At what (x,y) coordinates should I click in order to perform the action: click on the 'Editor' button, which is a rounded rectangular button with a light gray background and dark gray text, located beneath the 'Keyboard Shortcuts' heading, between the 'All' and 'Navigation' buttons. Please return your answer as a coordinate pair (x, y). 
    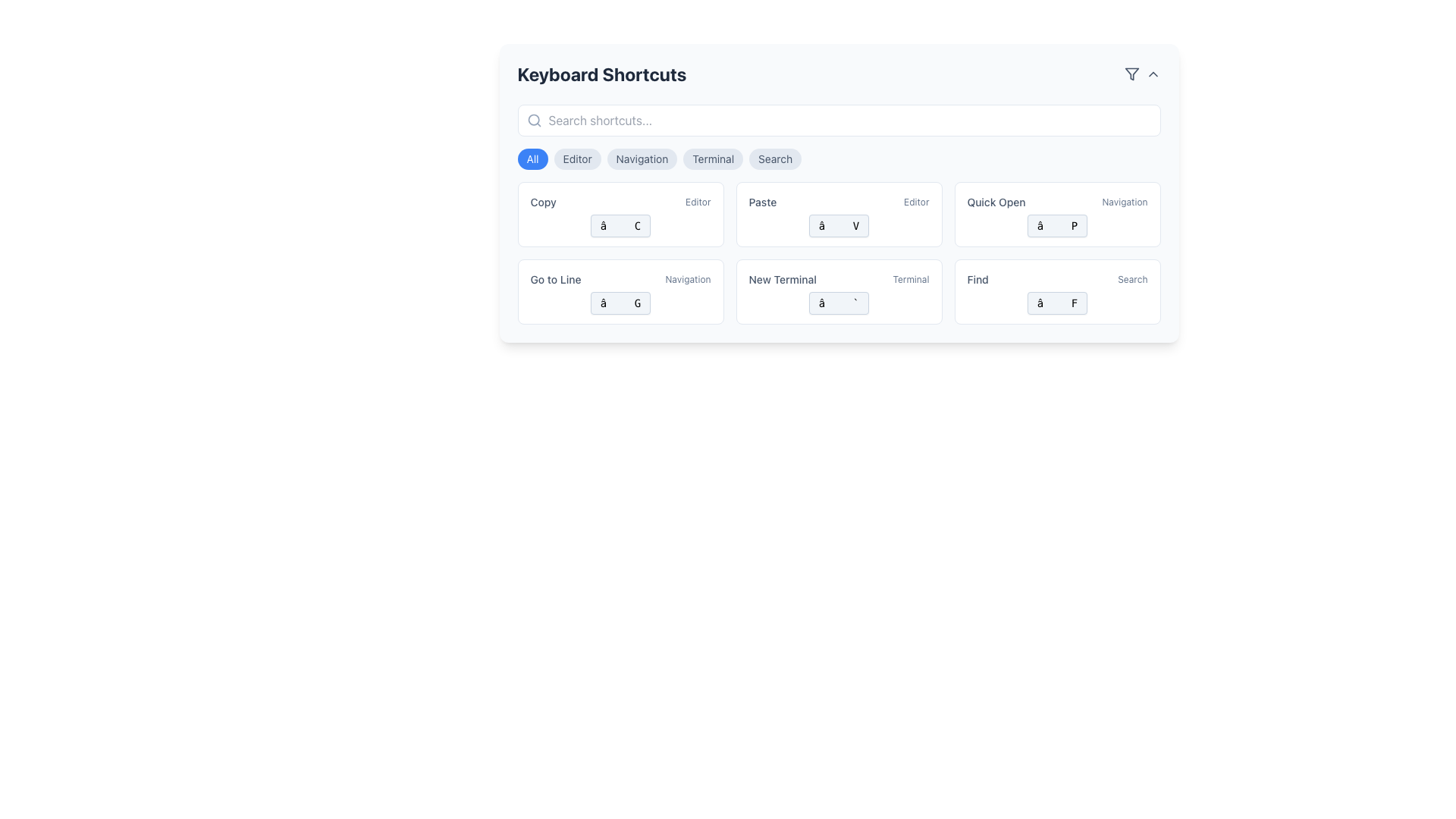
    Looking at the image, I should click on (576, 158).